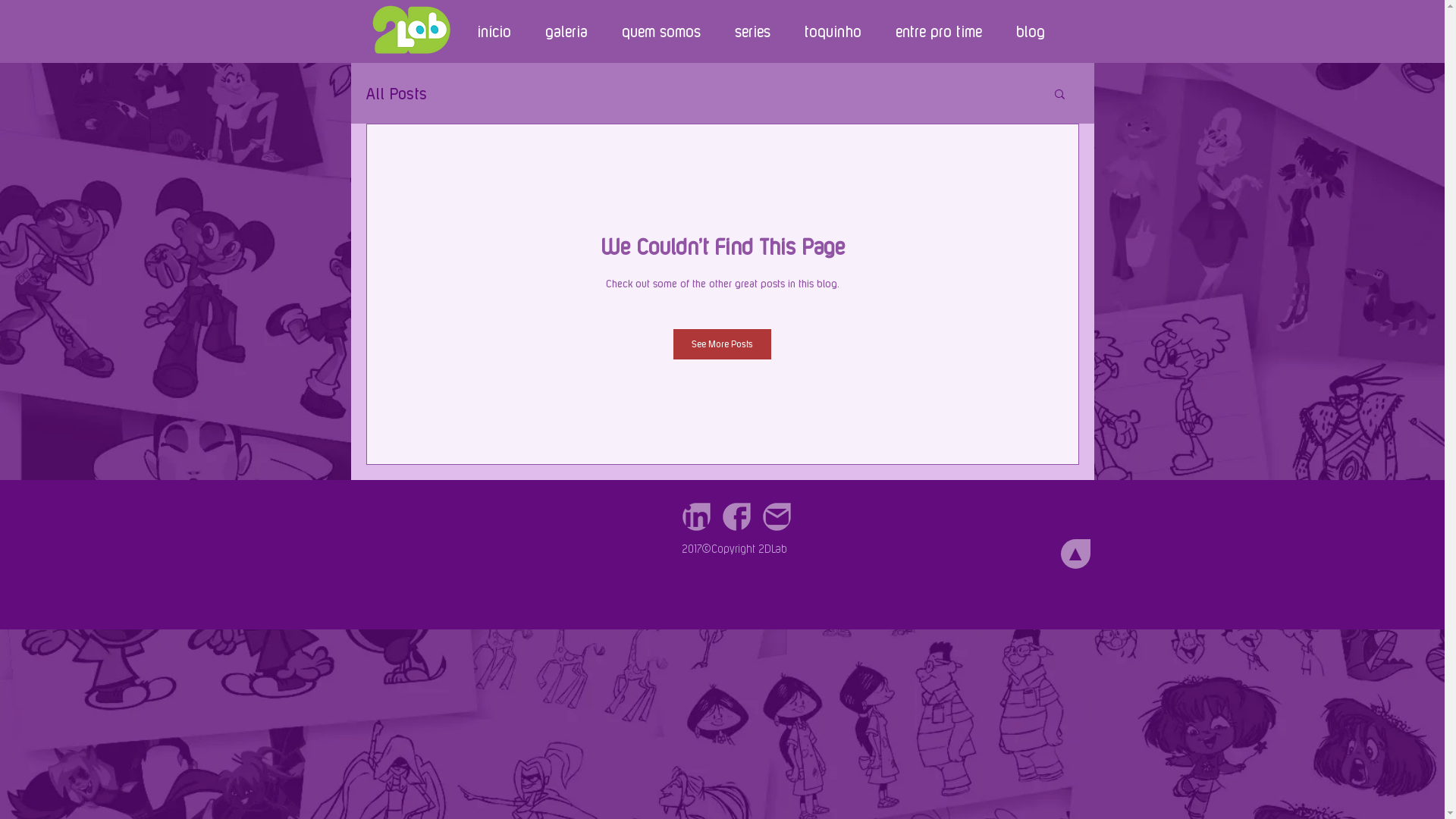 The width and height of the screenshot is (1456, 819). I want to click on 'toquinho', so click(832, 31).